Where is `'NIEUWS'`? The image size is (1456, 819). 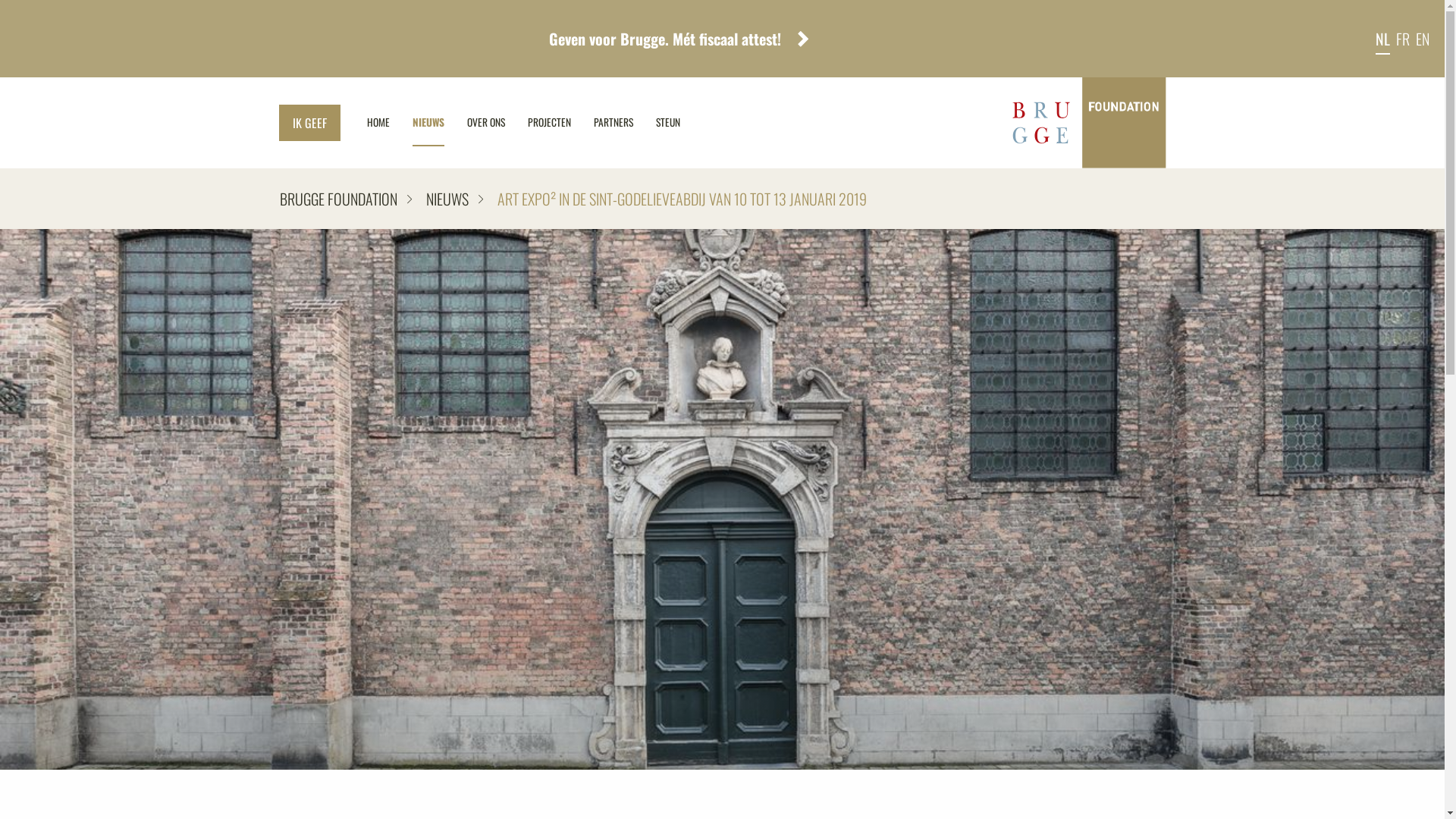
'NIEUWS' is located at coordinates (400, 122).